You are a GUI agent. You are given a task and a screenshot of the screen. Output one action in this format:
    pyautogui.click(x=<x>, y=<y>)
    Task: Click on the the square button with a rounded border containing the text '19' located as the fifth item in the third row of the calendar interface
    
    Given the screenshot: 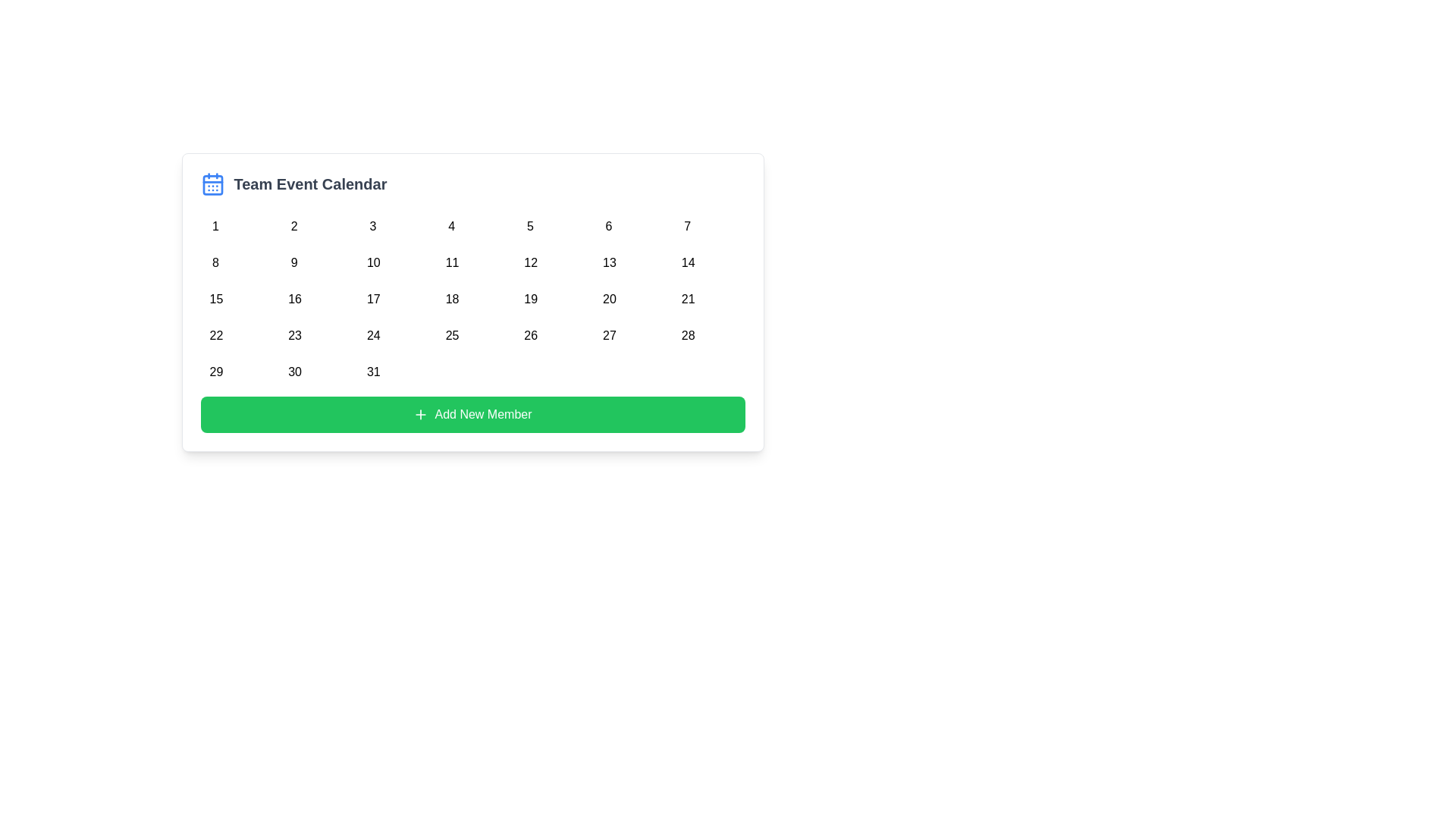 What is the action you would take?
    pyautogui.click(x=530, y=296)
    